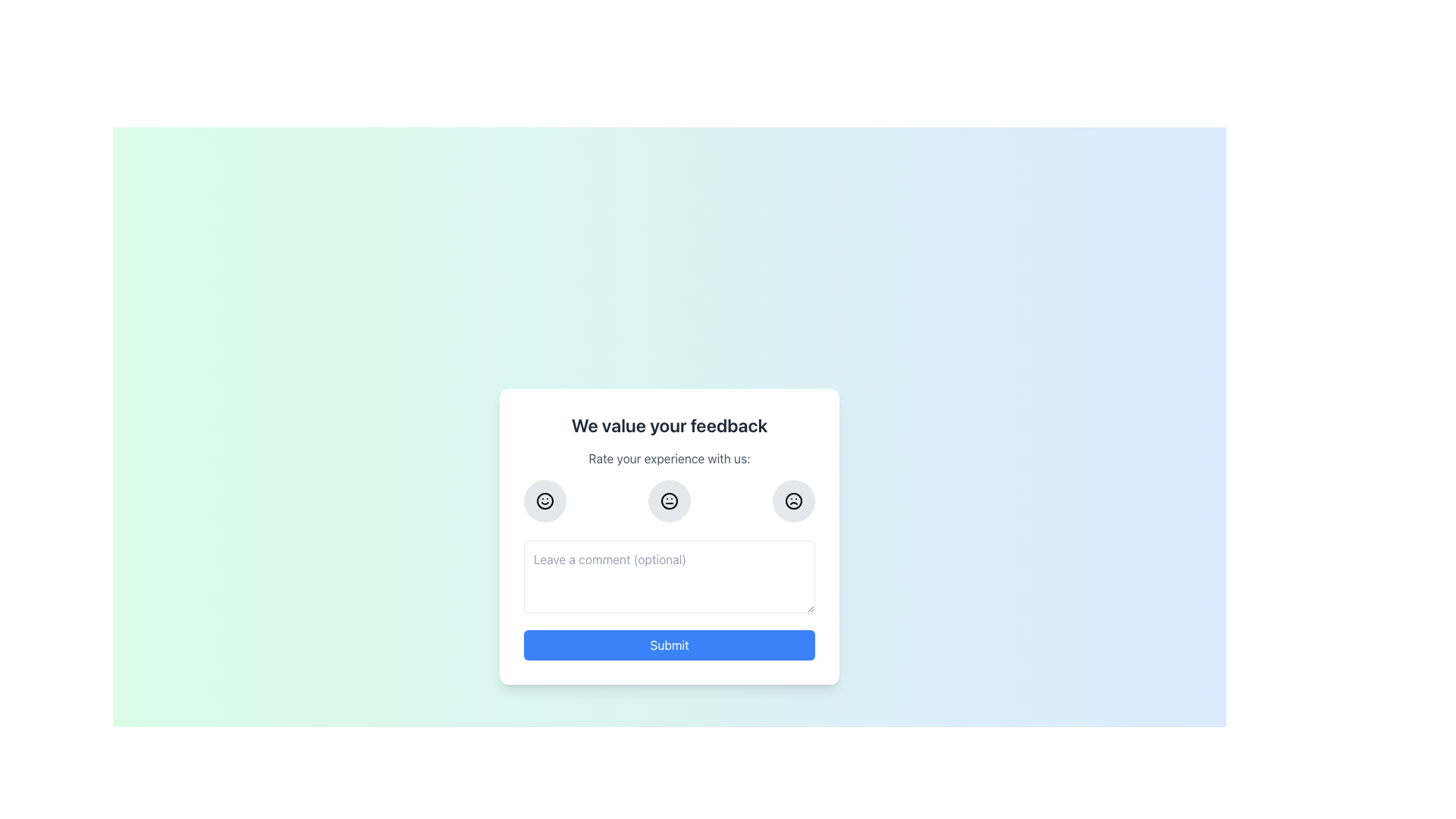 The width and height of the screenshot is (1456, 819). I want to click on the circular frown face icon located at the rightmost side of the row under the text 'Rate your experience with us:', so click(792, 500).